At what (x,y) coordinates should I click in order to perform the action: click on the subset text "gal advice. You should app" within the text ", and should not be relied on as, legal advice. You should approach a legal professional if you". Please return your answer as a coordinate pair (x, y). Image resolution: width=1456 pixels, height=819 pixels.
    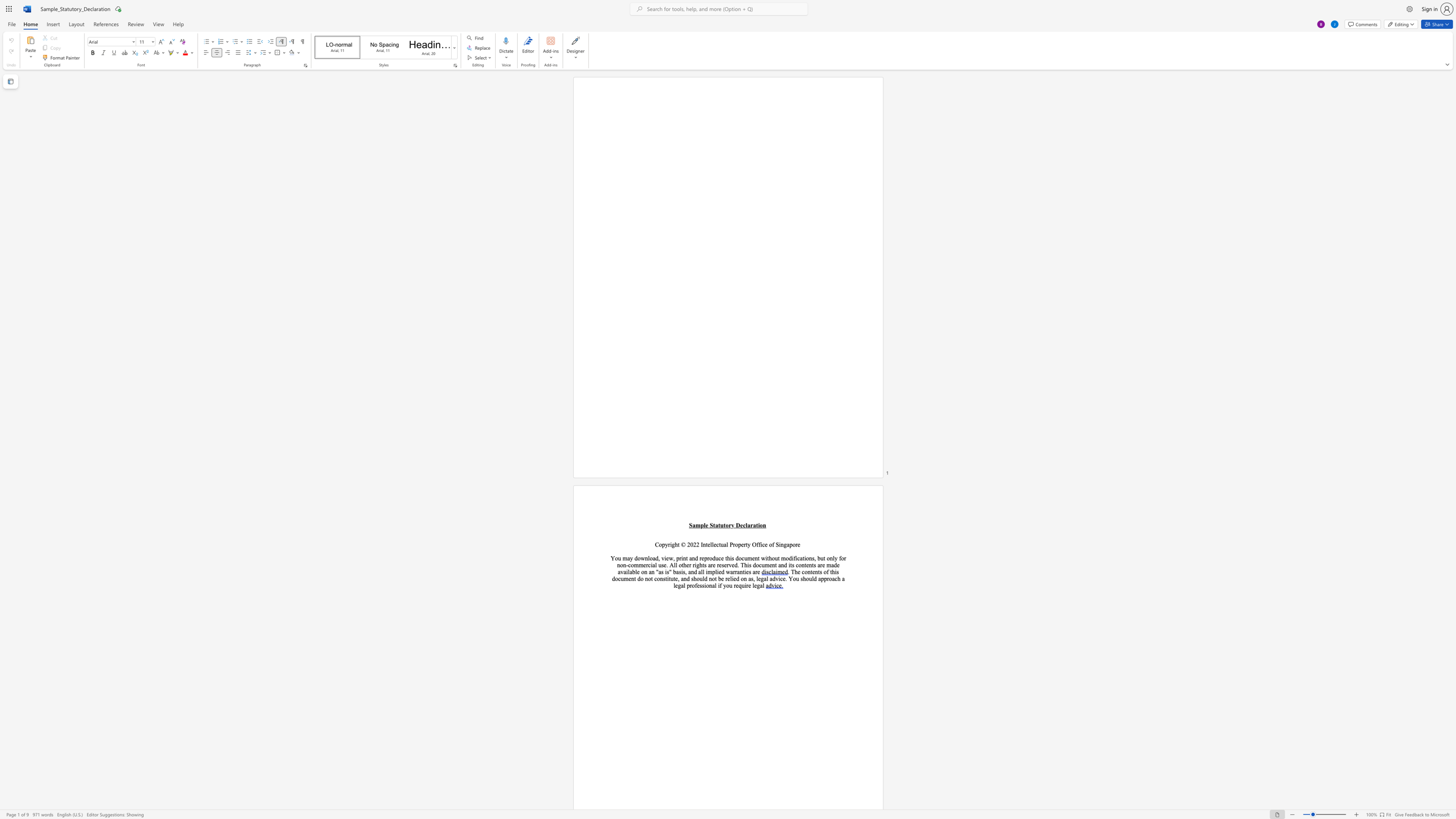
    Looking at the image, I should click on (760, 578).